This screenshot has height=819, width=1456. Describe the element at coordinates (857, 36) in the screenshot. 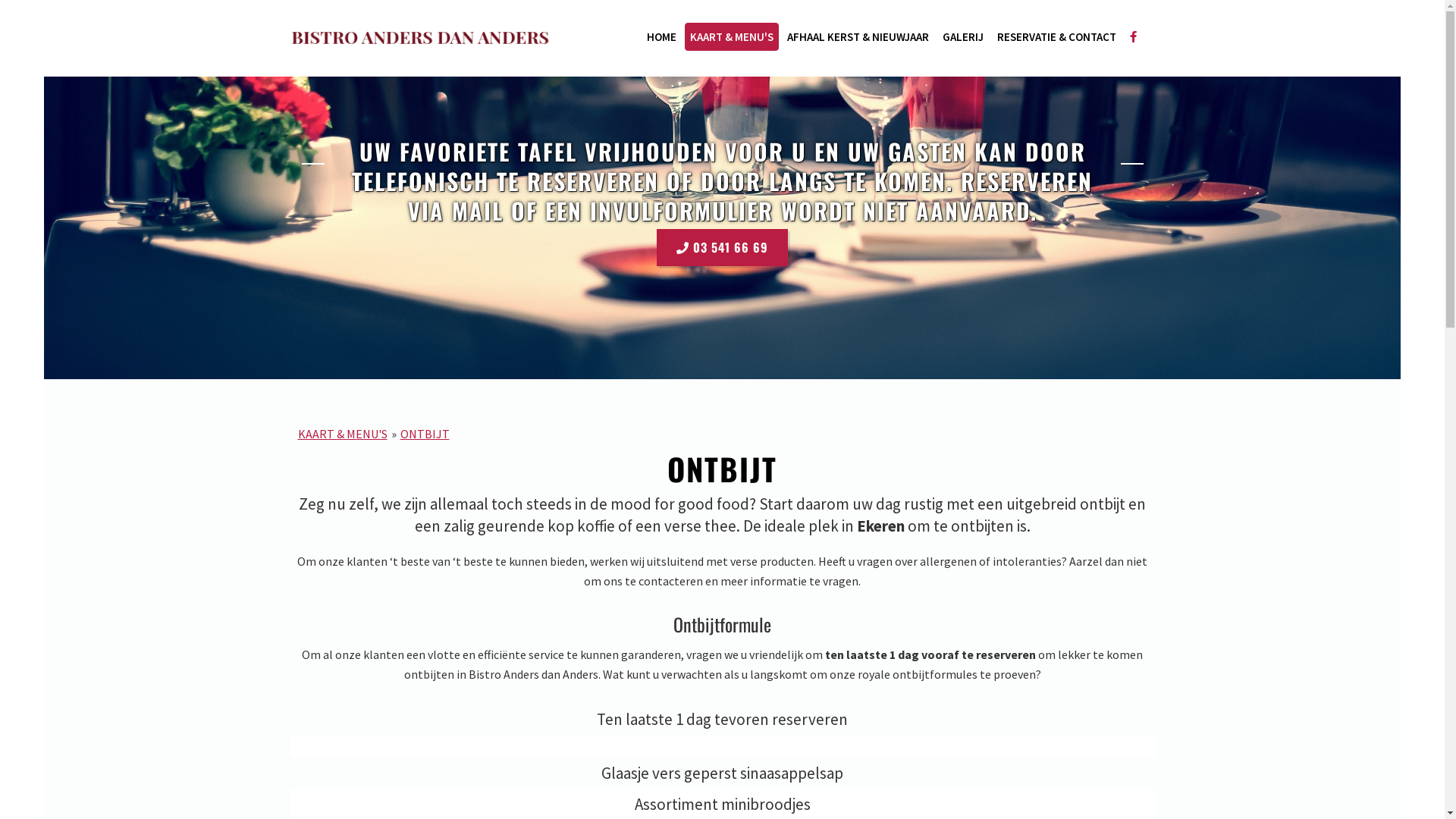

I see `'AFHAAL KERST & NIEUWJAAR'` at that location.